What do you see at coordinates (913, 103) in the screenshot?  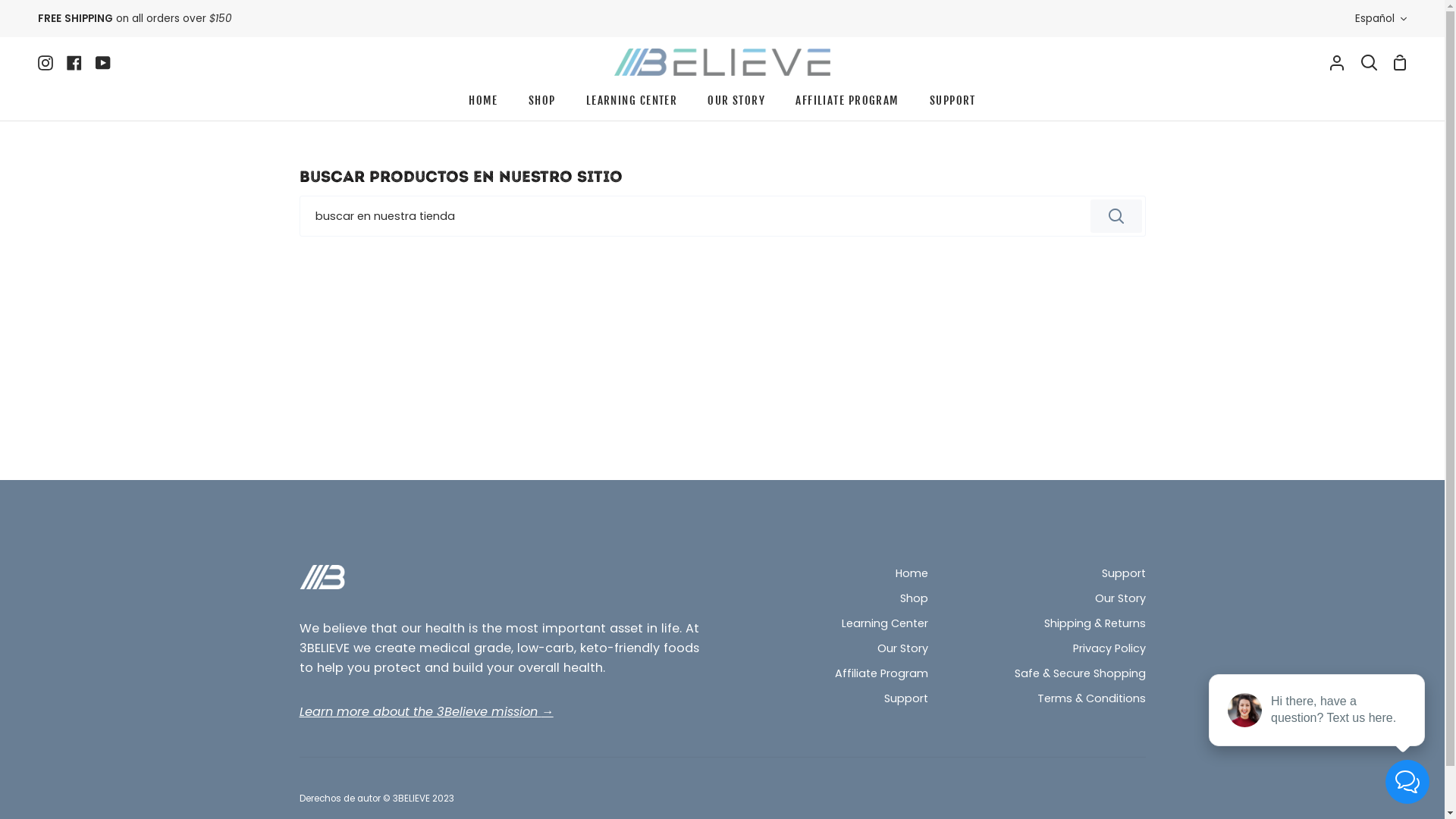 I see `'SUPPORT'` at bounding box center [913, 103].